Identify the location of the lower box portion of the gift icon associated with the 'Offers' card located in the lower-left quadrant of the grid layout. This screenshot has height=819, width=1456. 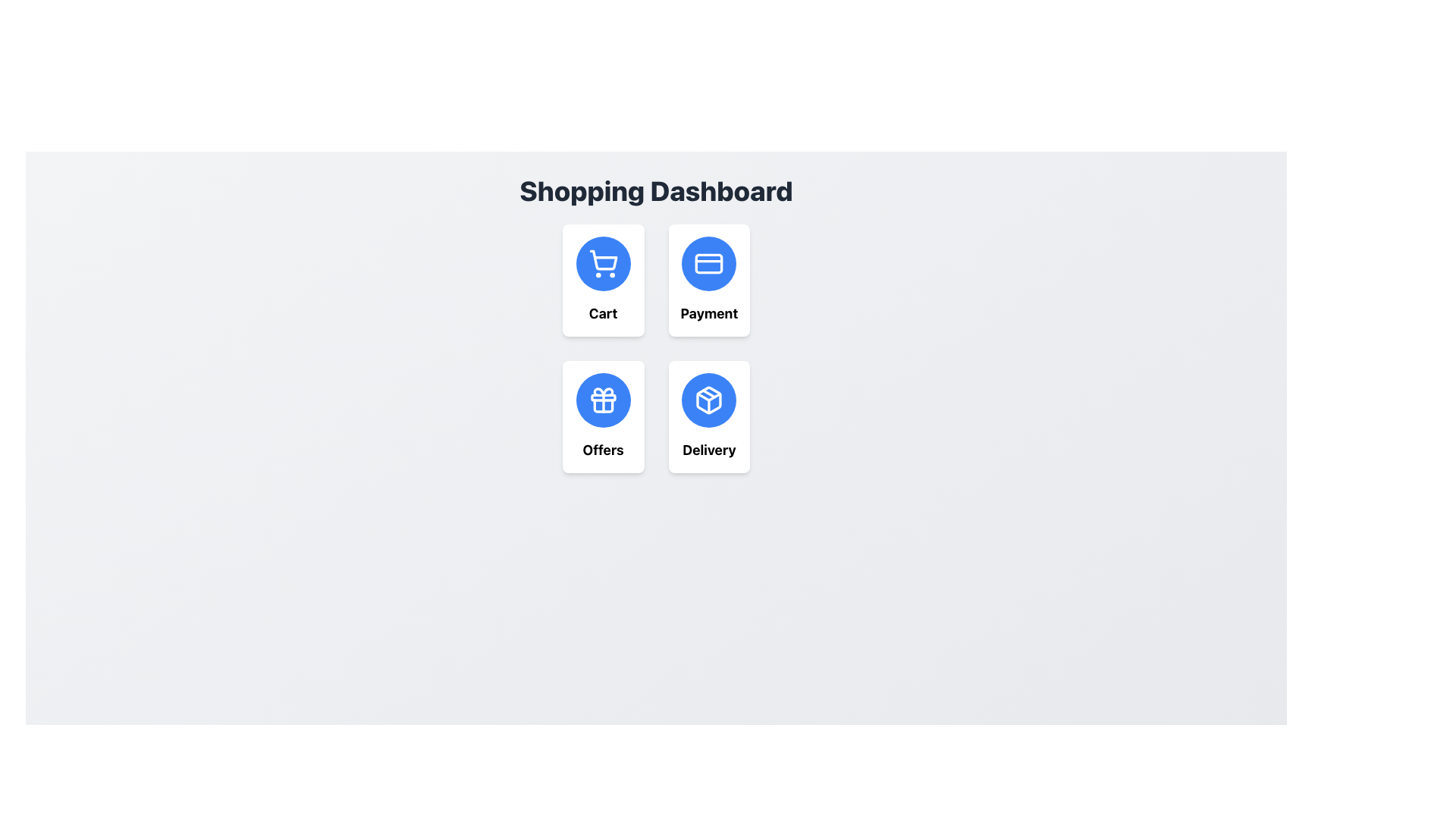
(602, 405).